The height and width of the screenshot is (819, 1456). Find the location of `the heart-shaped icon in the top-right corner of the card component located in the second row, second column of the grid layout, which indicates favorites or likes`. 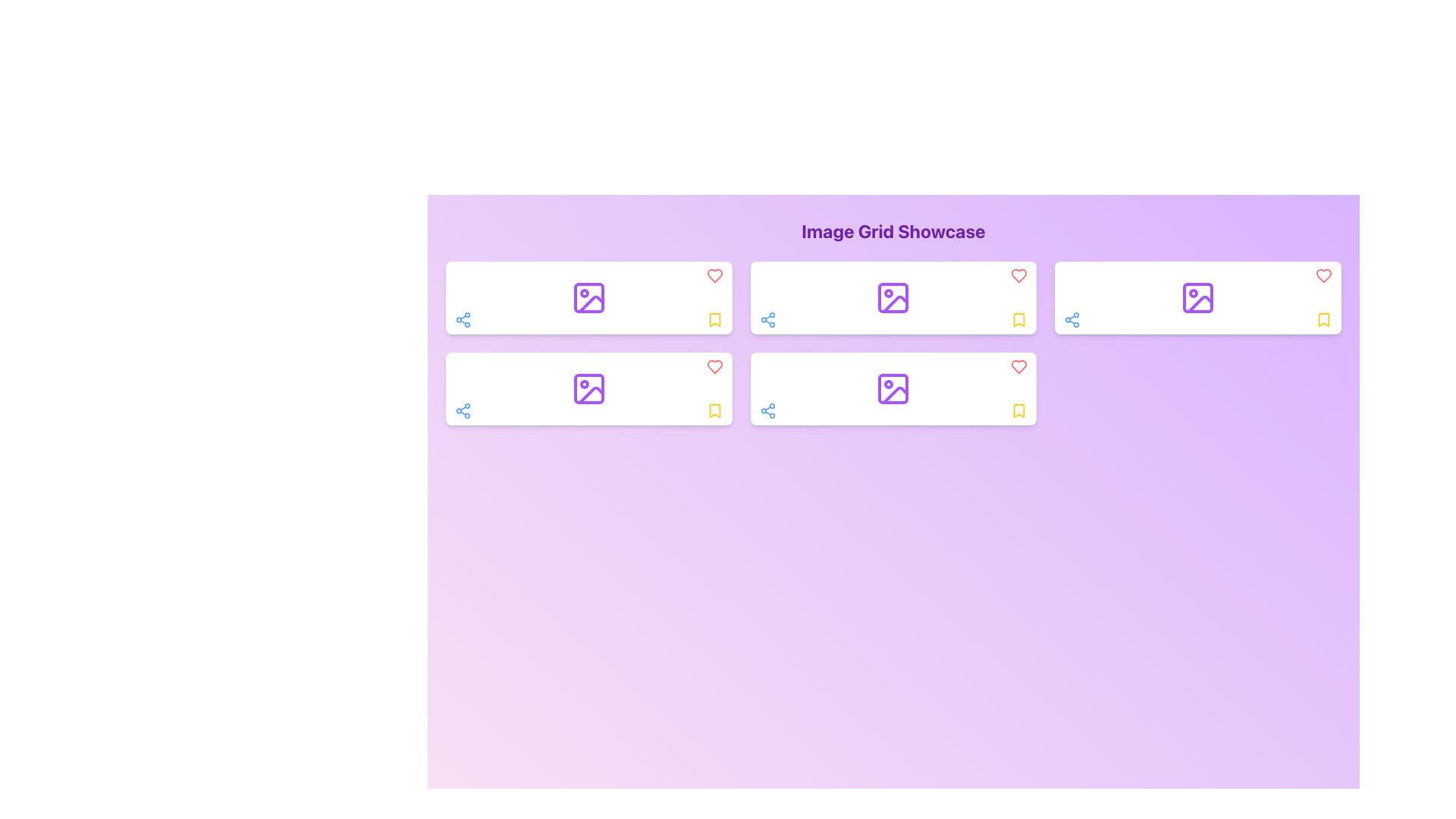

the heart-shaped icon in the top-right corner of the card component located in the second row, second column of the grid layout, which indicates favorites or likes is located at coordinates (1323, 275).